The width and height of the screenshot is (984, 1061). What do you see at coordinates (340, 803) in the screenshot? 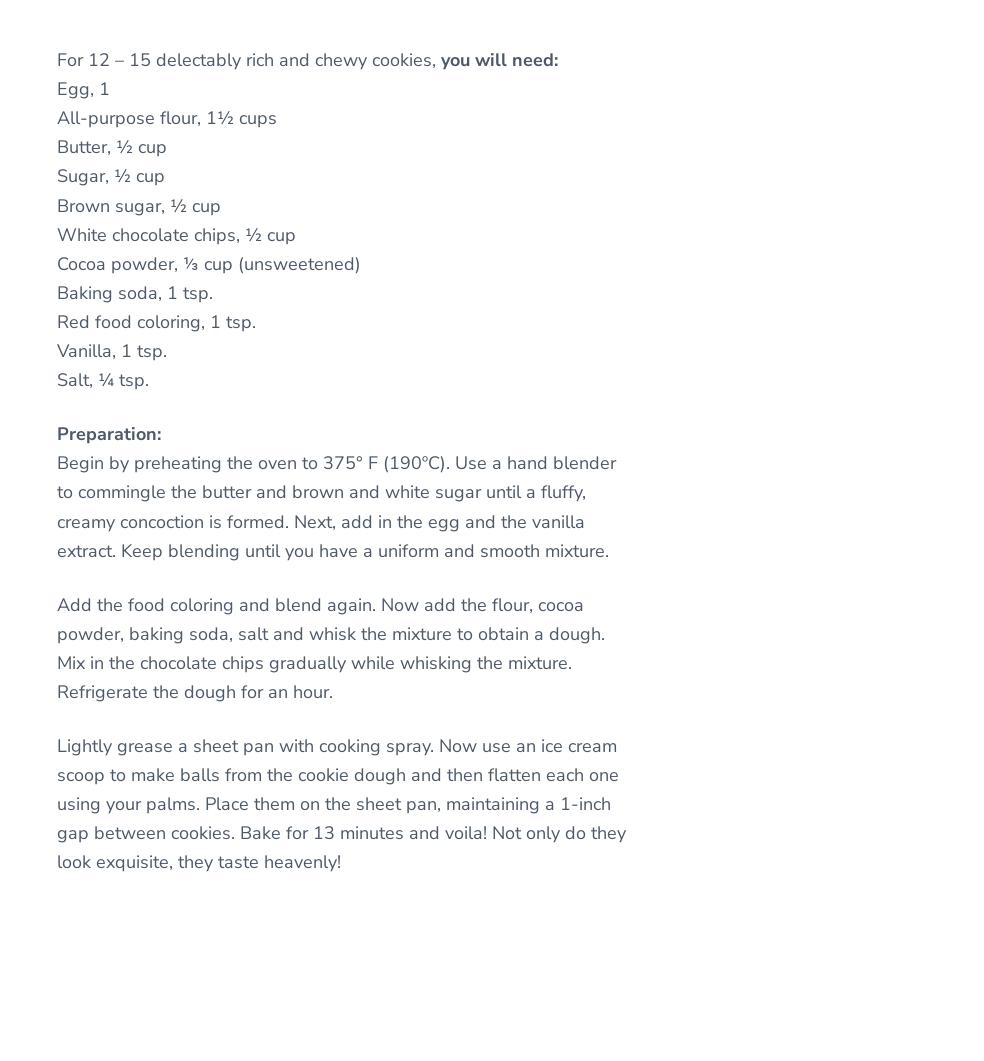
I see `'Lightly grease a sheet pan with cooking spray. Now use an ice cream scoop to make balls from the cookie dough and then flatten each one using your palms. Place them on the sheet pan, maintaining a 1-inch gap between cookies. Bake for 13 minutes and voila! Not only do they look exquisite, they taste heavenly!'` at bounding box center [340, 803].